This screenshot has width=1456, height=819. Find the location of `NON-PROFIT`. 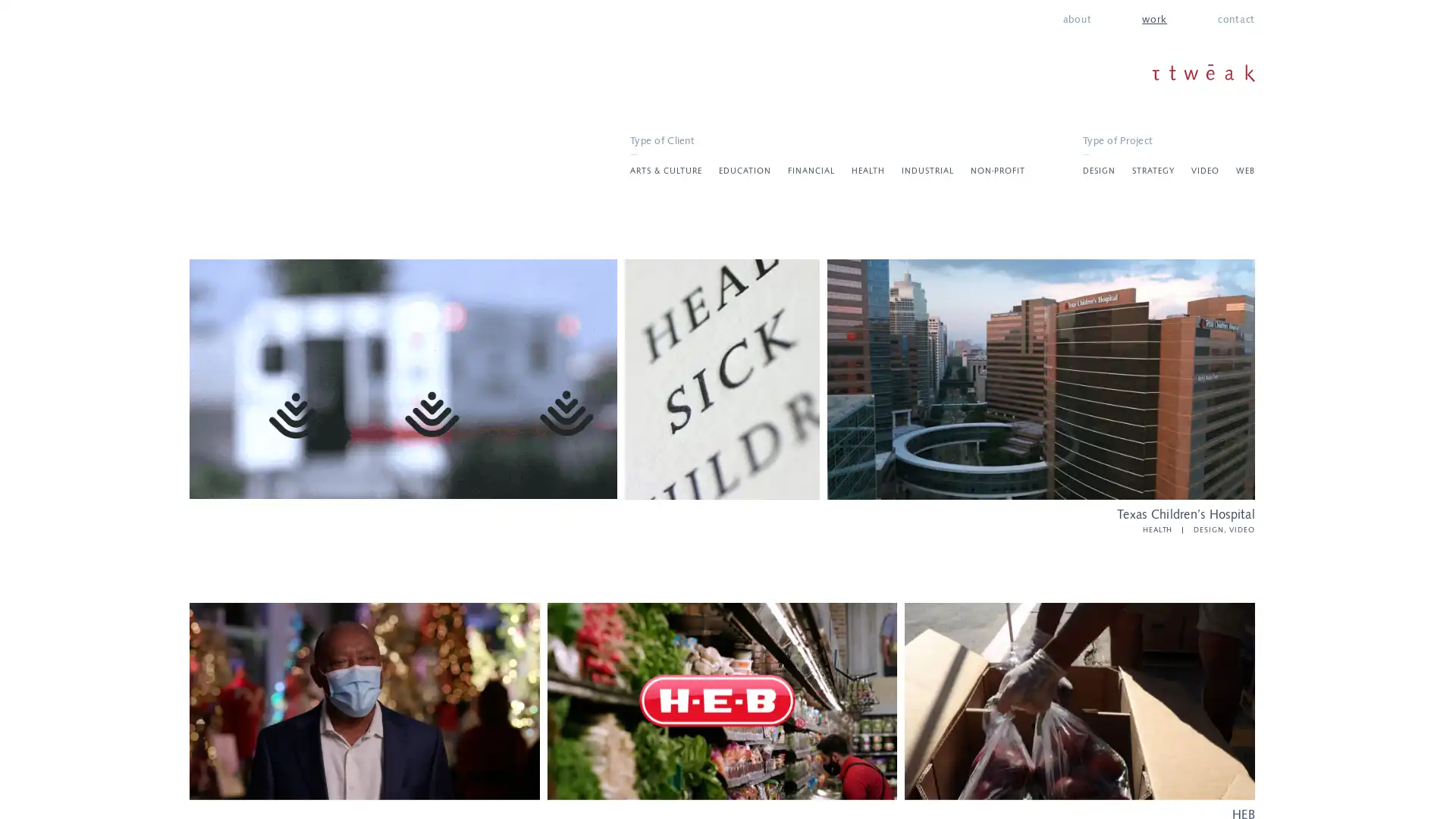

NON-PROFIT is located at coordinates (997, 171).